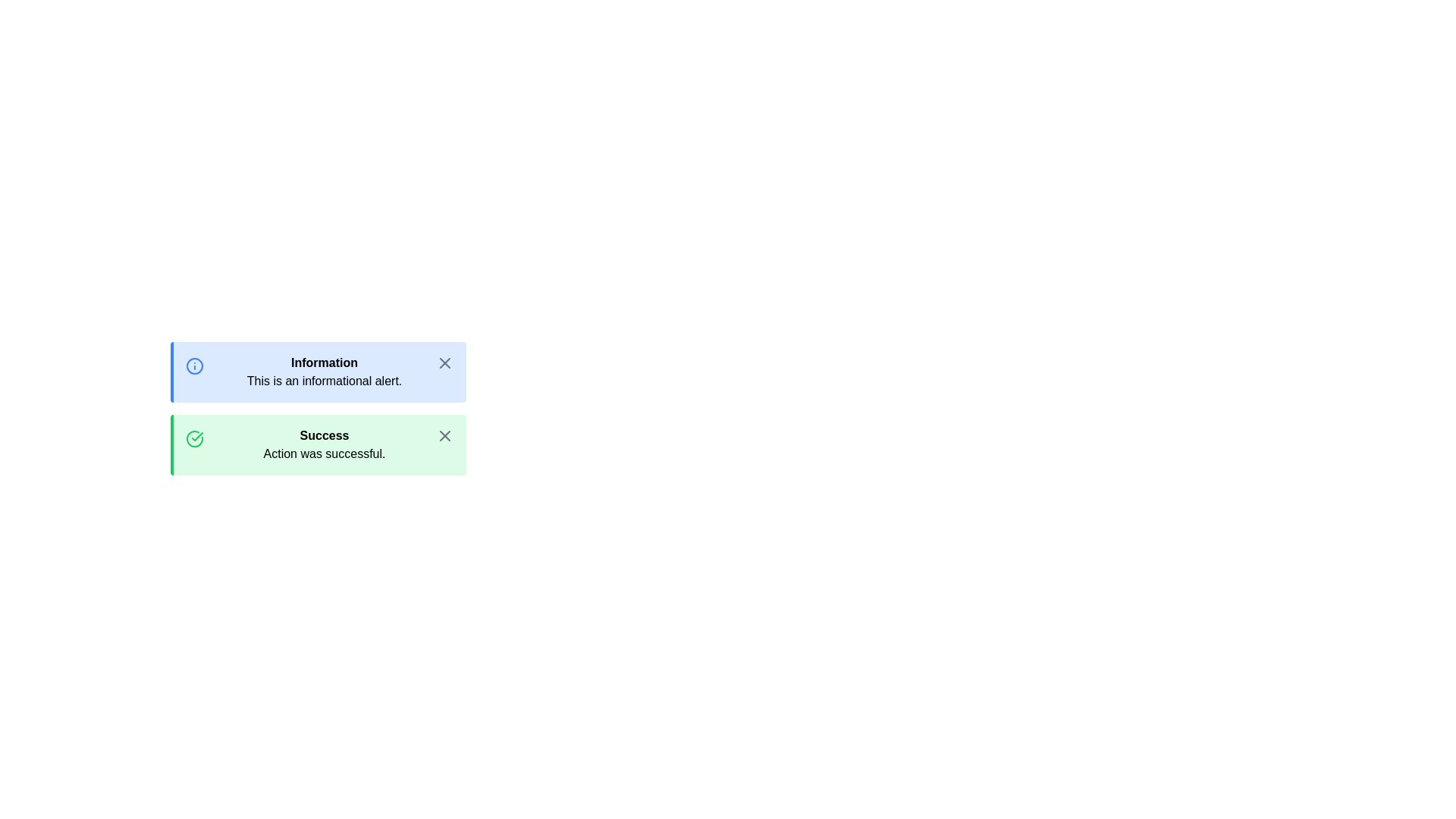  Describe the element at coordinates (196, 436) in the screenshot. I see `the green checkmark icon within the success notification box that indicates 'Action was successful.'` at that location.